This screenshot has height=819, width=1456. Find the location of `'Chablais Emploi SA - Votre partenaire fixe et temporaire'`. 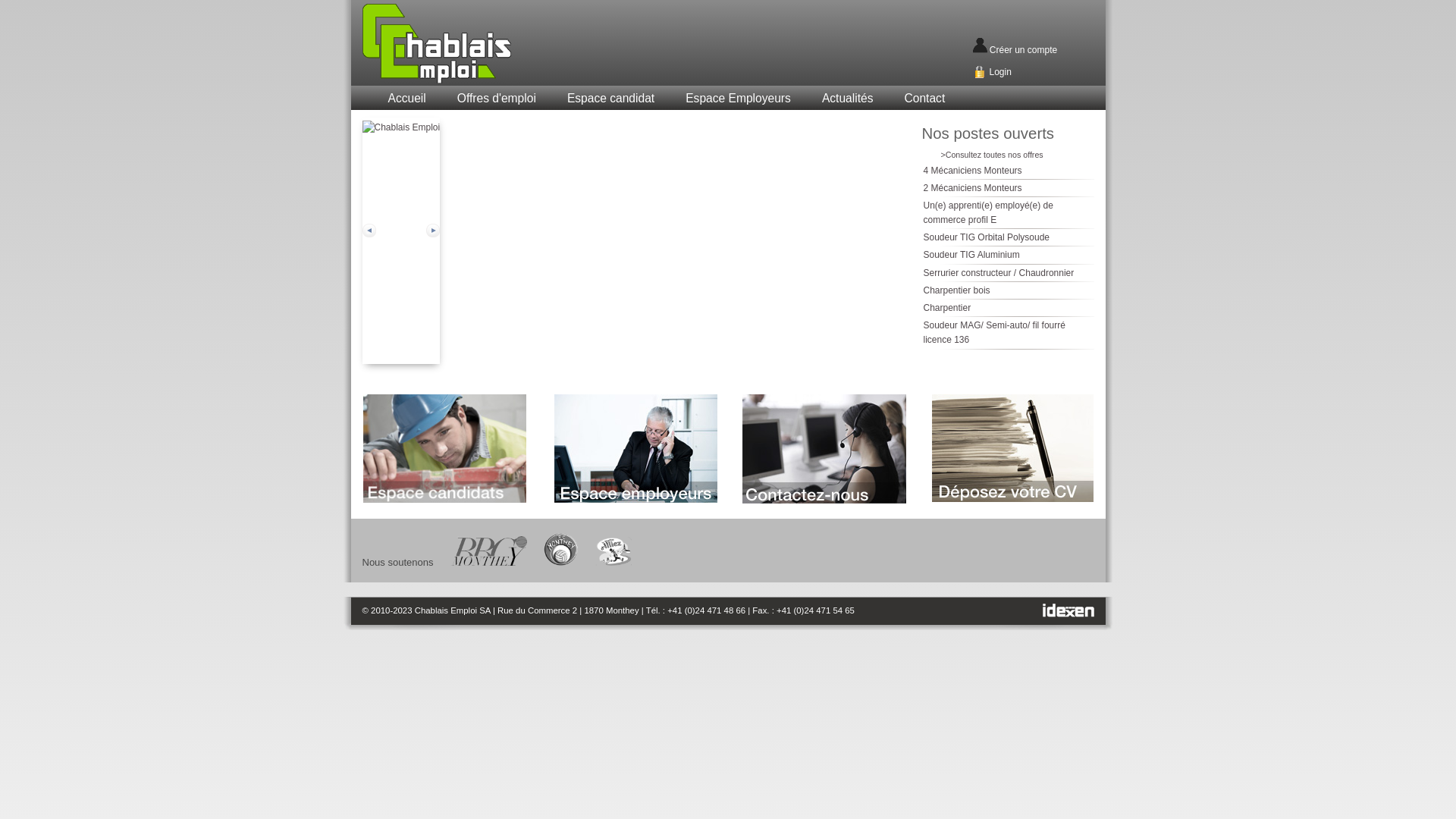

'Chablais Emploi SA - Votre partenaire fixe et temporaire' is located at coordinates (472, 42).